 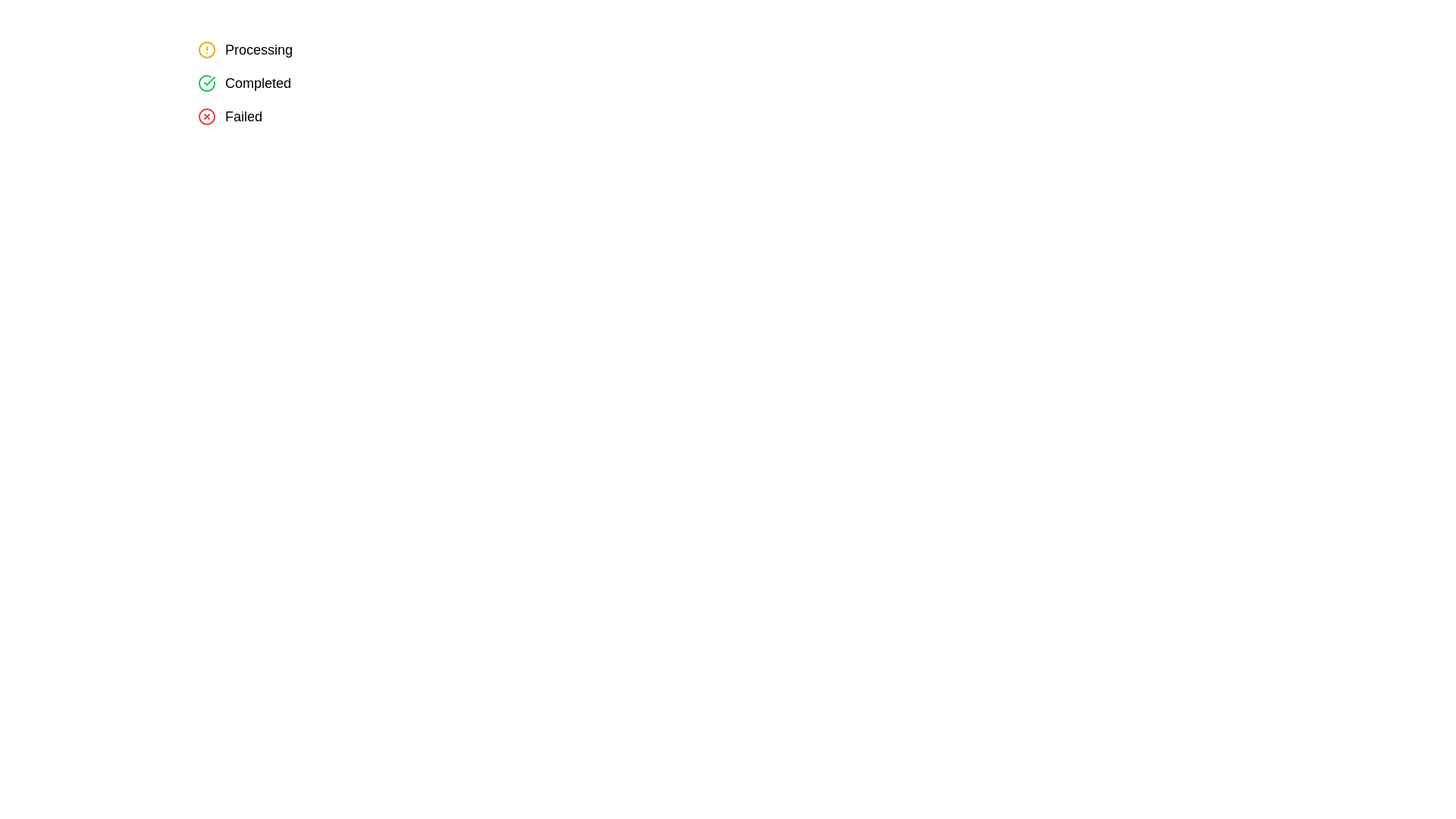 I want to click on the Status indicator labeled 'Failed', which is the third element in a vertical list of status indicators, so click(x=229, y=116).